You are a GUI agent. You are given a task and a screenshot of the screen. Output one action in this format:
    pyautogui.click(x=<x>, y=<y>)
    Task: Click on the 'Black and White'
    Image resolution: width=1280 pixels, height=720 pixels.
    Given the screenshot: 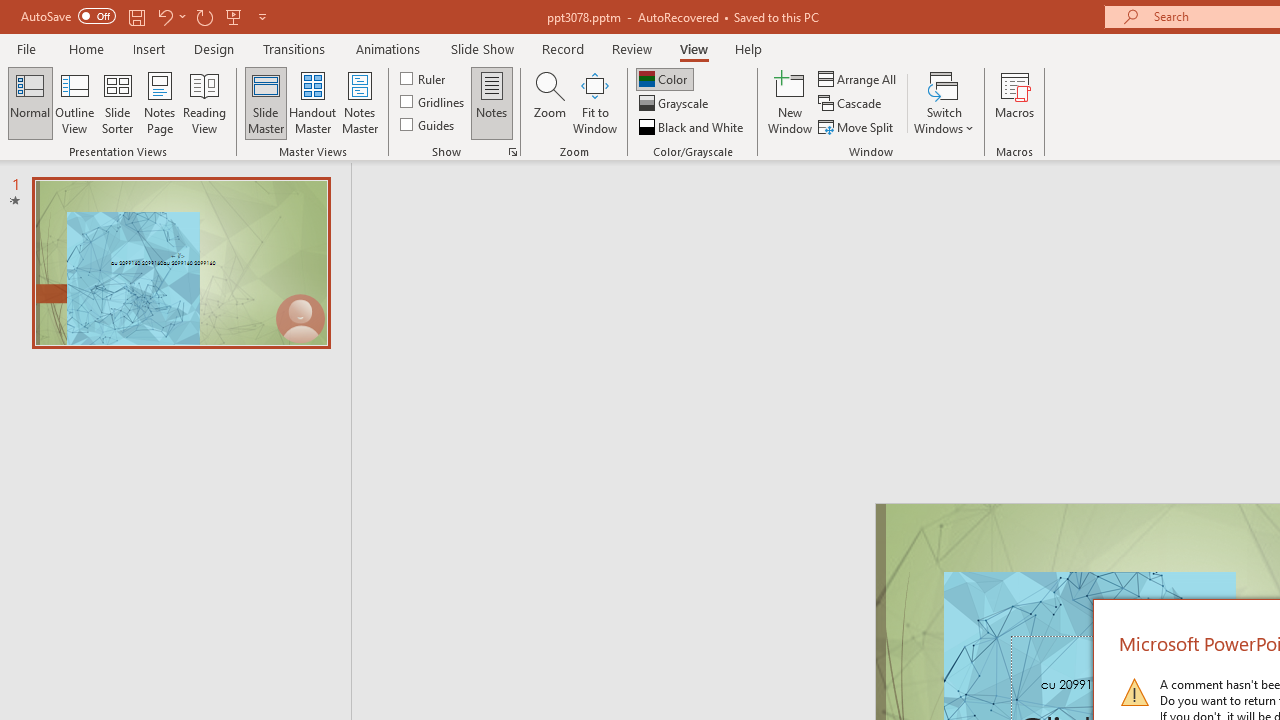 What is the action you would take?
    pyautogui.click(x=693, y=127)
    